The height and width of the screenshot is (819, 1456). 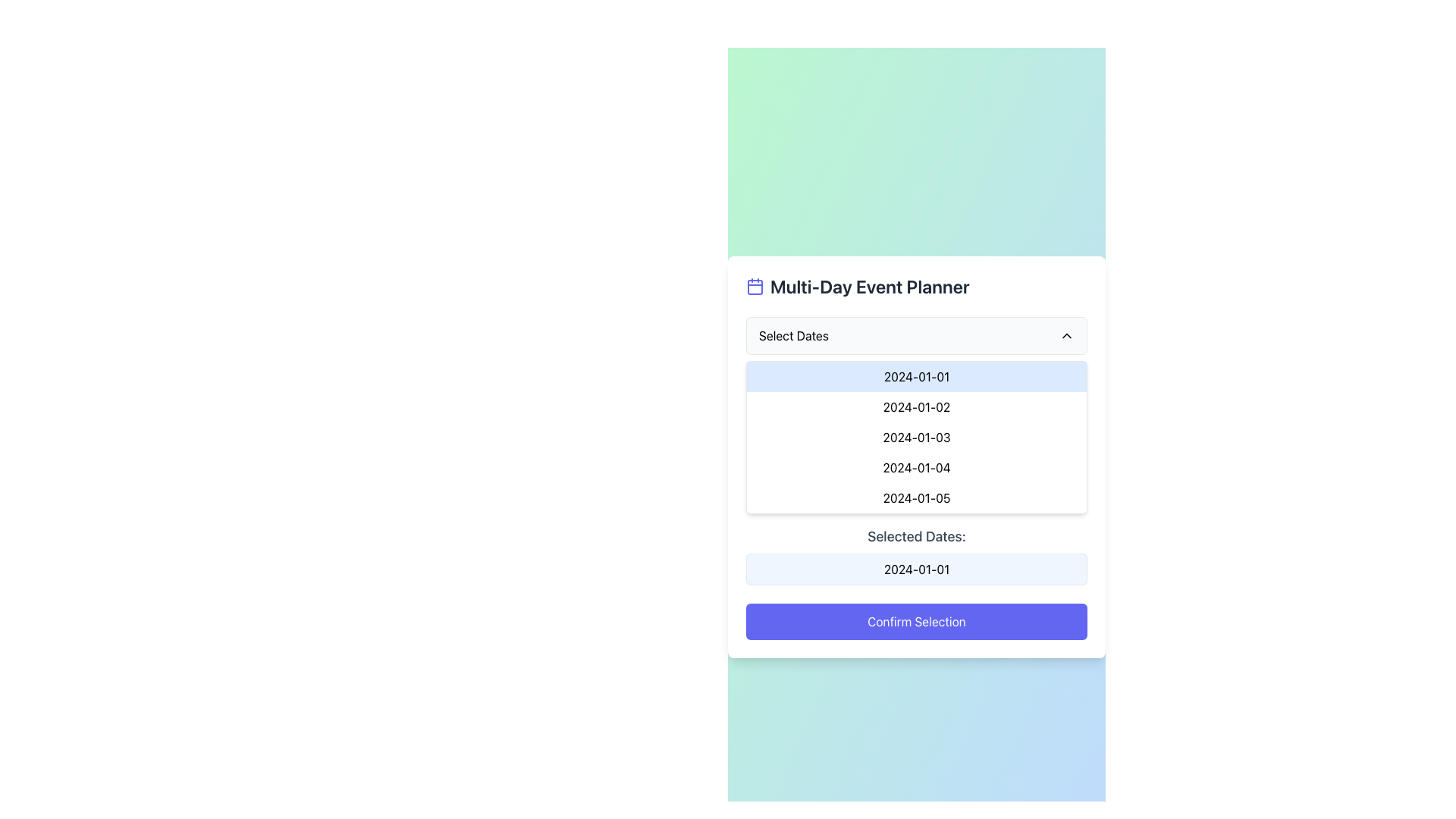 I want to click on the Chevron icon located to the right of the 'Select Dates' input box, so click(x=1065, y=335).